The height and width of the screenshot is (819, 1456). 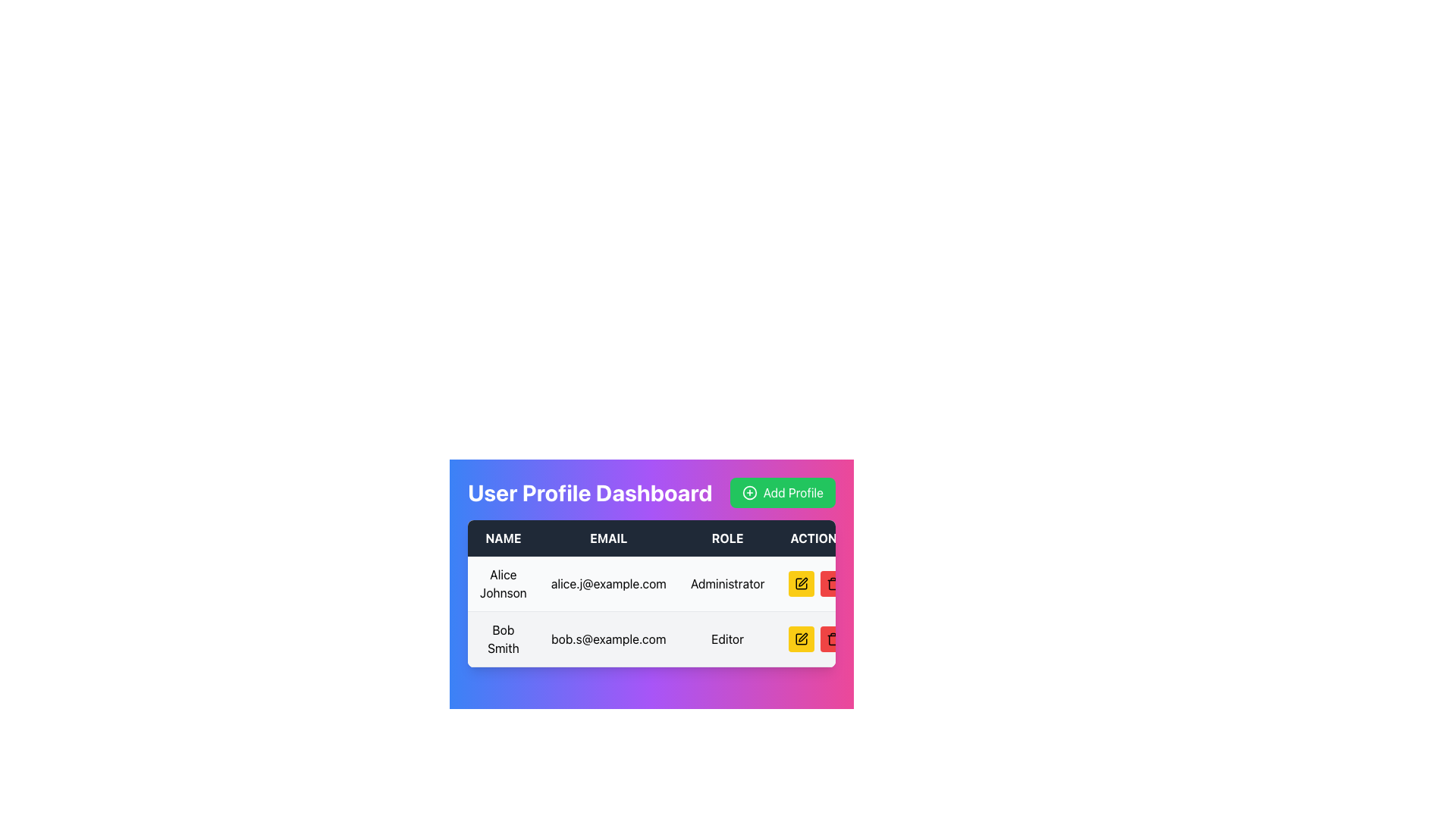 What do you see at coordinates (589, 493) in the screenshot?
I see `the header element indicating the User Profile Dashboard, which is the leftmost component in a horizontal bar and located to the left of the 'Add Profile' button` at bounding box center [589, 493].